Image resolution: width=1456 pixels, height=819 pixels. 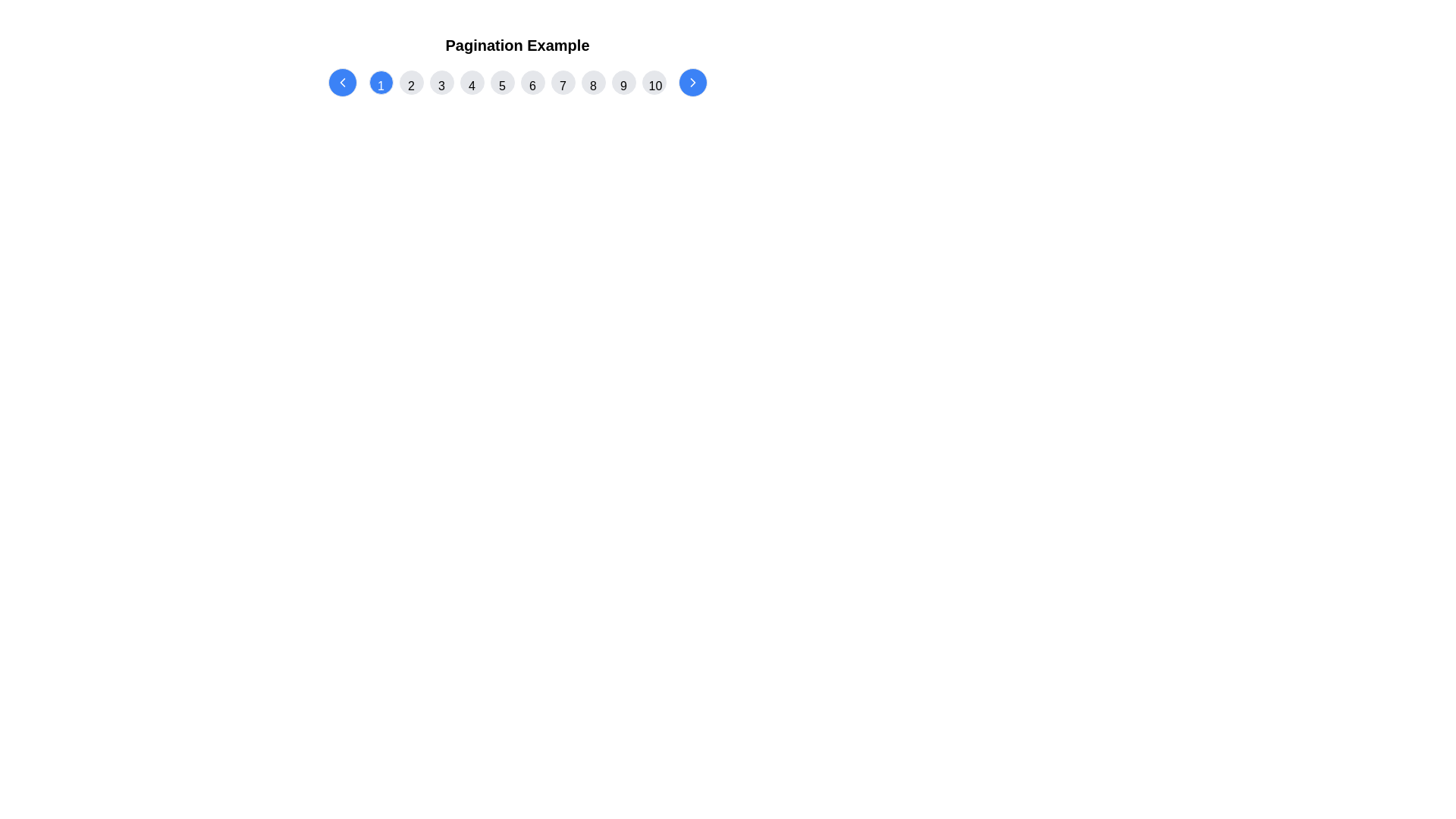 What do you see at coordinates (692, 82) in the screenshot?
I see `the right-pointing chevron-shaped arrow icon located inside a circular button with a blue background` at bounding box center [692, 82].